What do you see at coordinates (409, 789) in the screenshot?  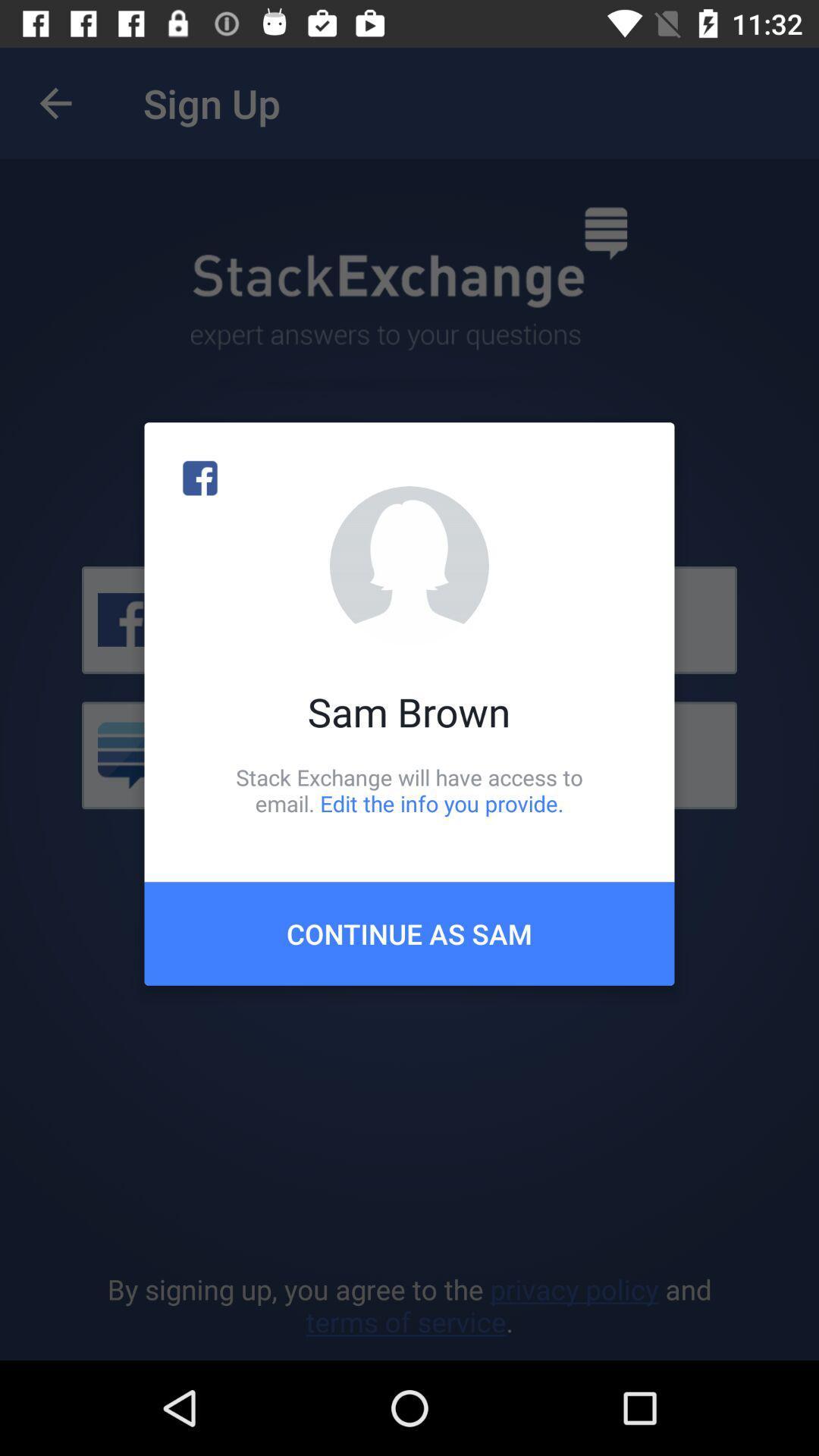 I see `the icon below sam brown item` at bounding box center [409, 789].